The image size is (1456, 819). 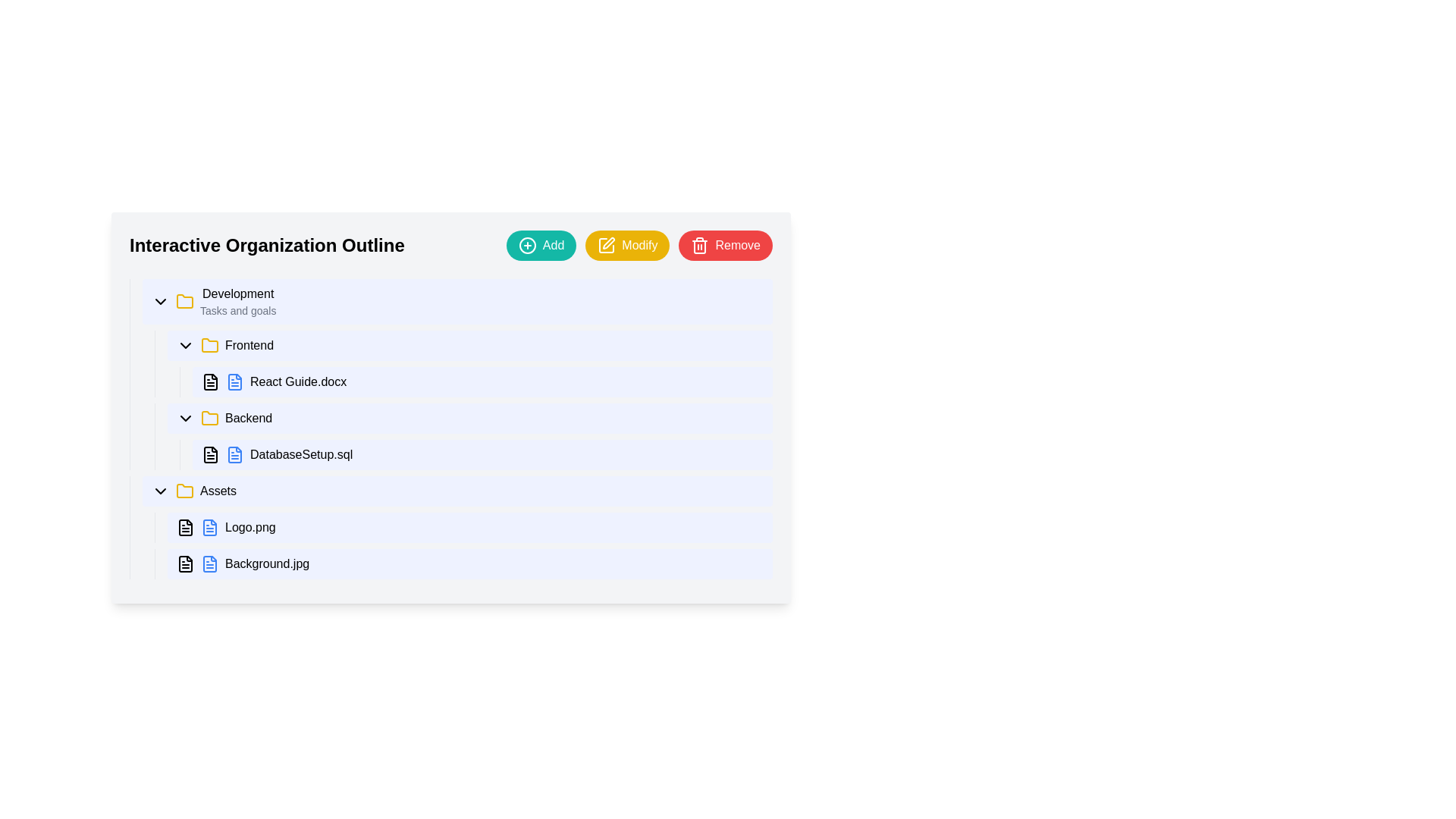 What do you see at coordinates (627, 245) in the screenshot?
I see `the modify button located between the 'Add' and 'Remove' buttons in the top-right corner of the interface` at bounding box center [627, 245].